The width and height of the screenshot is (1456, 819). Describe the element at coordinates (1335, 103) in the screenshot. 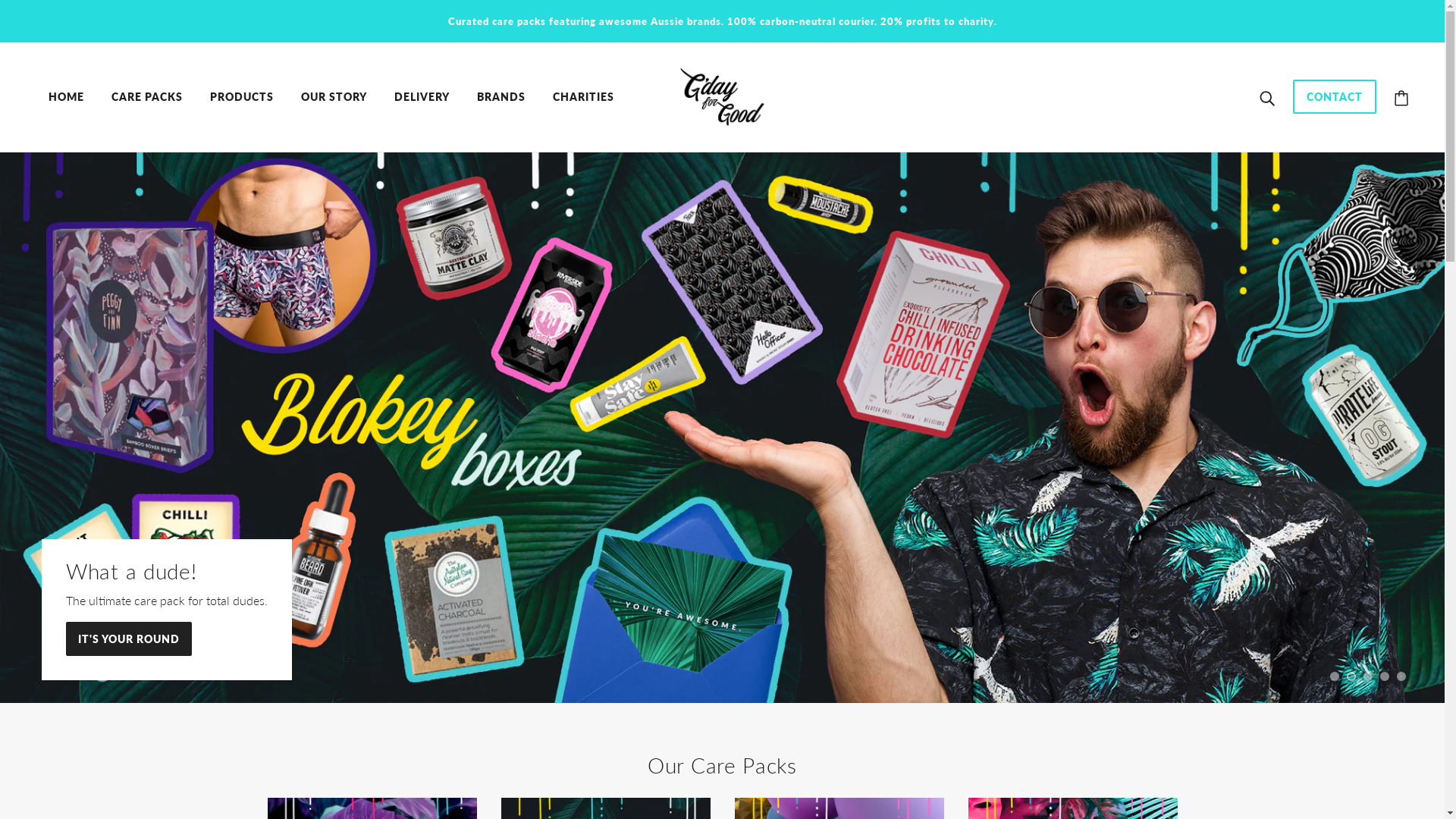

I see `'CONTACT'` at that location.